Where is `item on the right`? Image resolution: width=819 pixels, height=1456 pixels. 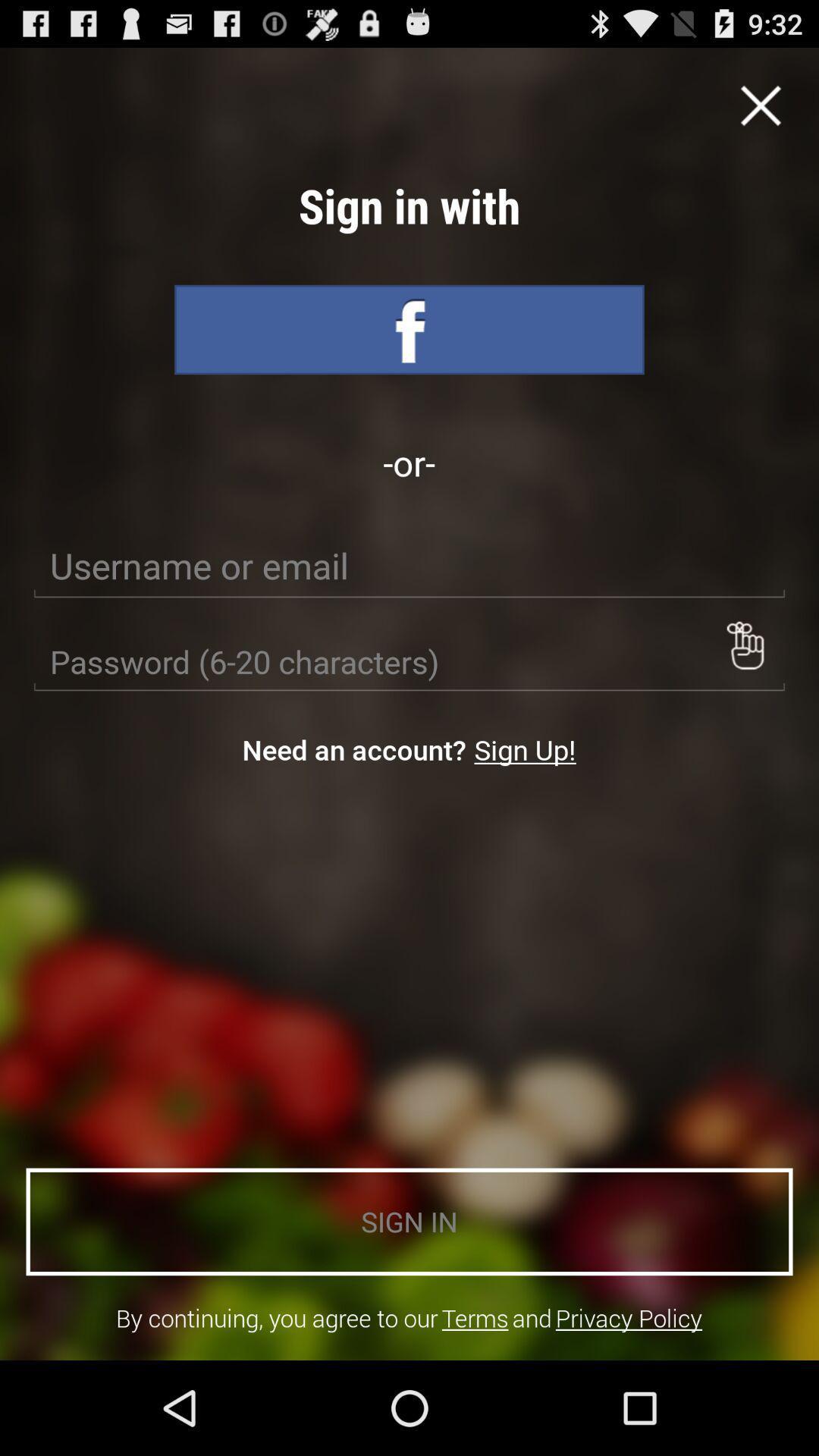 item on the right is located at coordinates (744, 645).